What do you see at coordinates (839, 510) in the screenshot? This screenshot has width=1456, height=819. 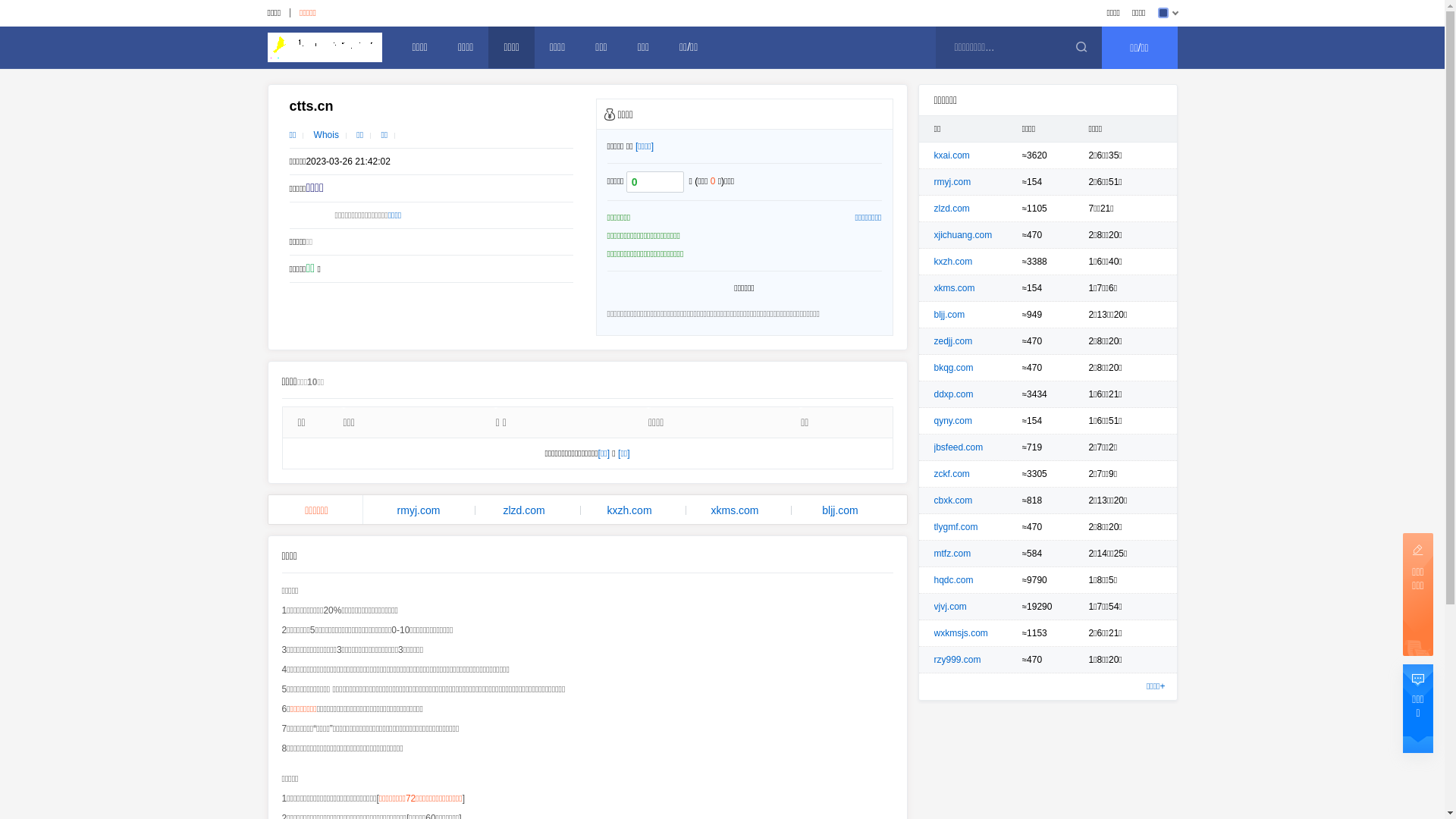 I see `'bljj.com'` at bounding box center [839, 510].